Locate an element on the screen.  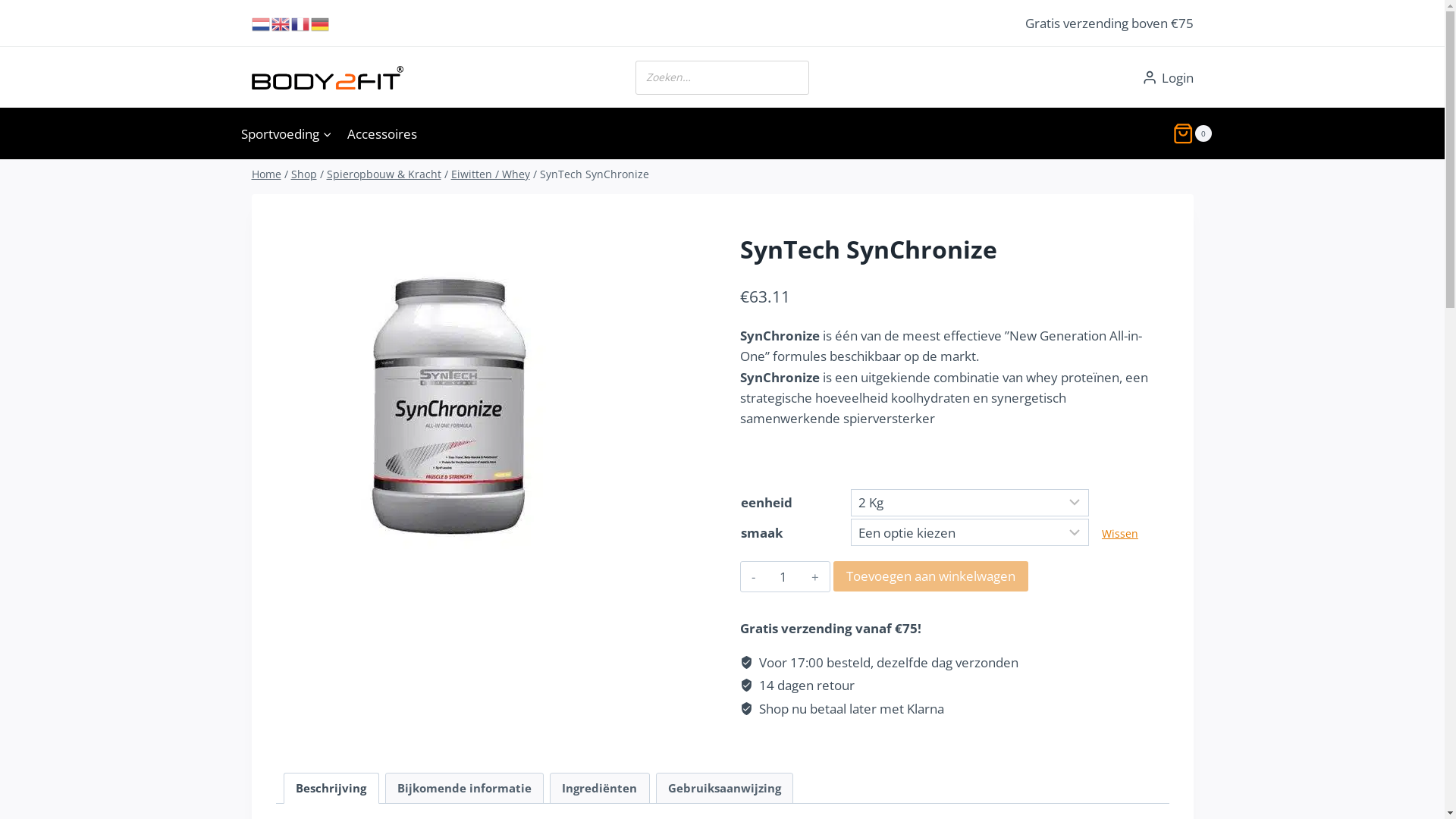
'Toevoegen aan winkelwagen' is located at coordinates (833, 576).